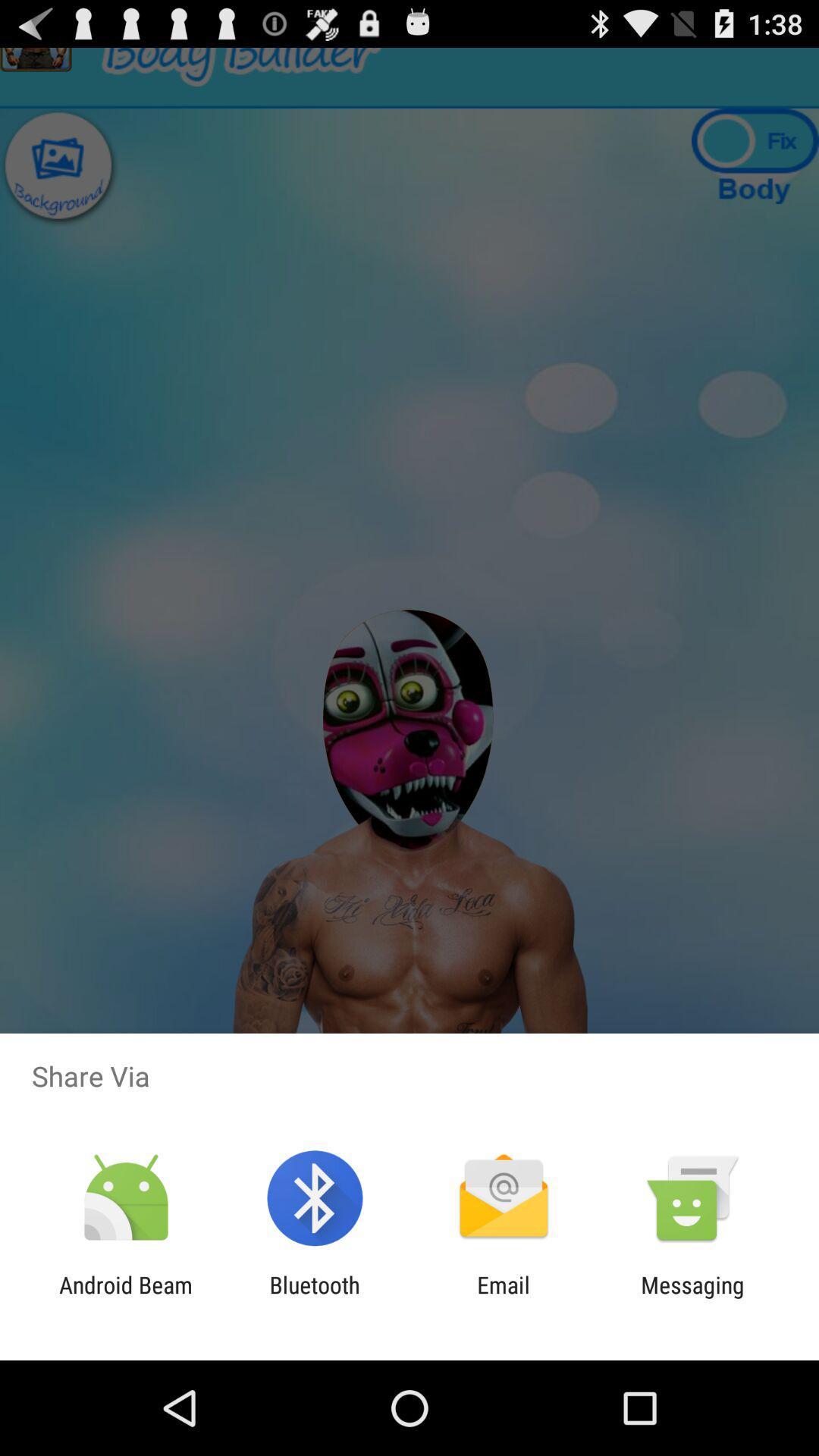 This screenshot has height=1456, width=819. Describe the element at coordinates (314, 1298) in the screenshot. I see `app to the right of android beam` at that location.